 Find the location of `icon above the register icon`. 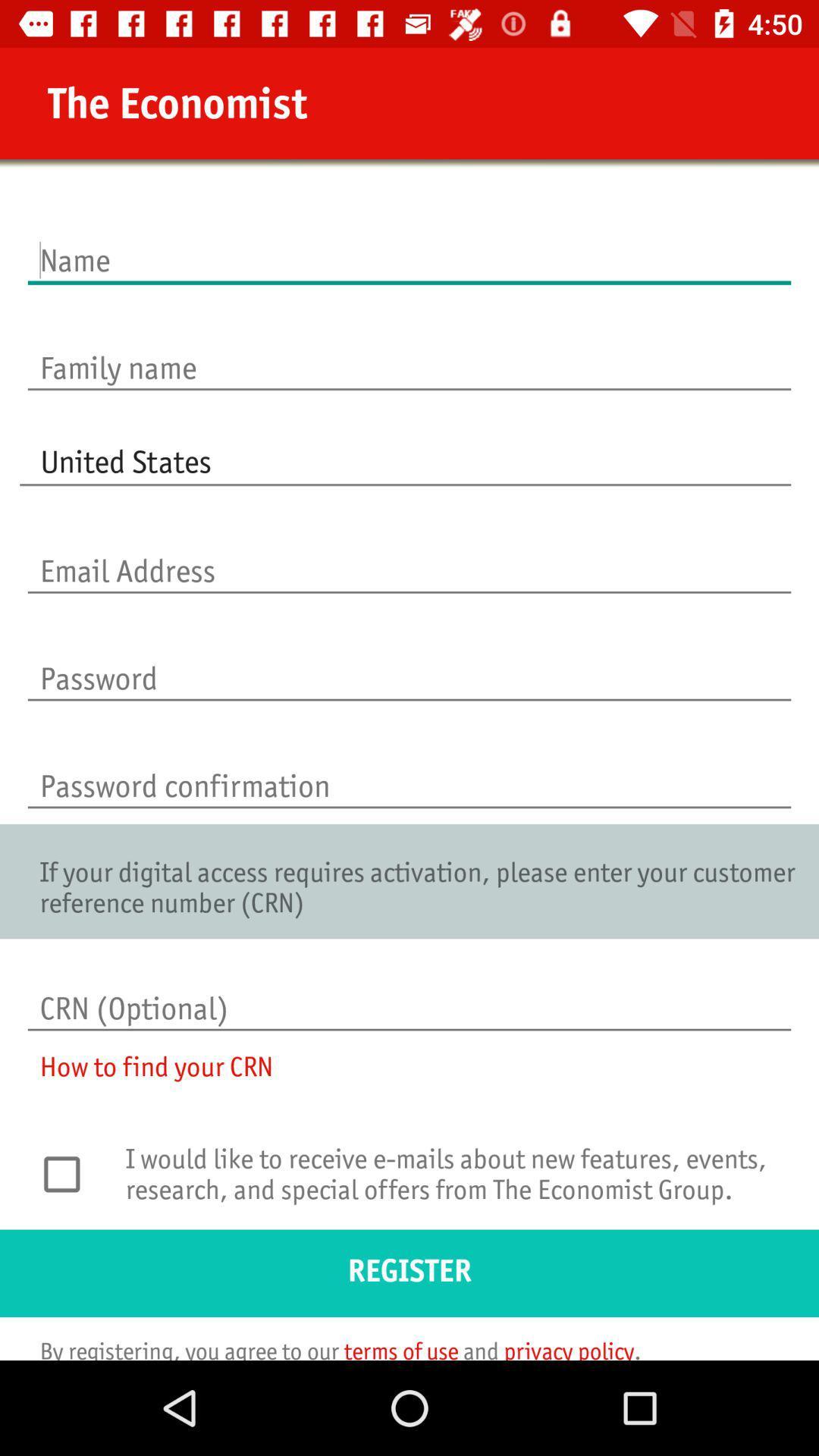

icon above the register icon is located at coordinates (70, 1173).